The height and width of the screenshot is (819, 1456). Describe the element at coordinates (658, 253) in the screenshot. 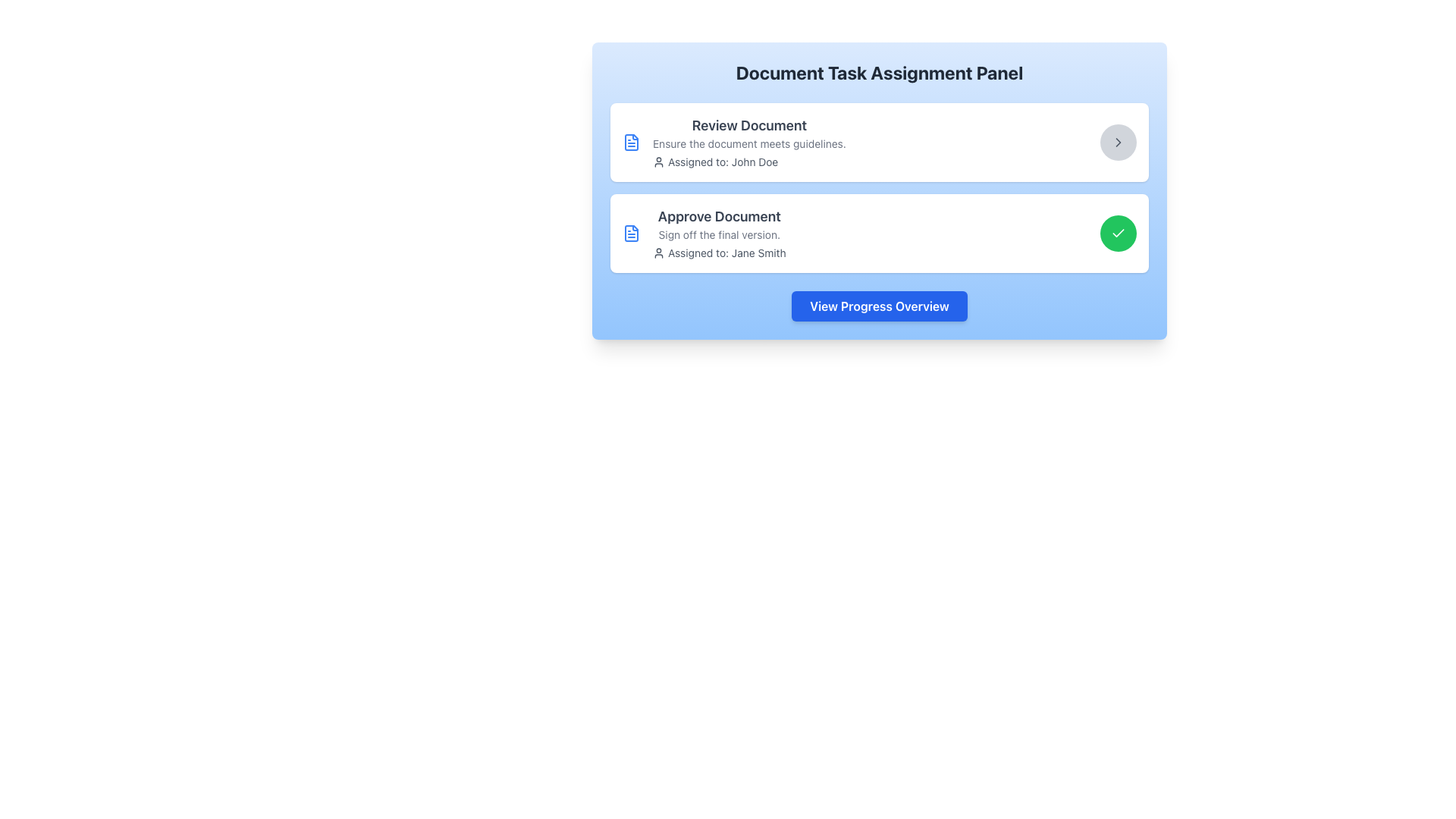

I see `the user identifier icon for Jane Smith, which is positioned next to the text 'Assigned to: Jane Smith'` at that location.